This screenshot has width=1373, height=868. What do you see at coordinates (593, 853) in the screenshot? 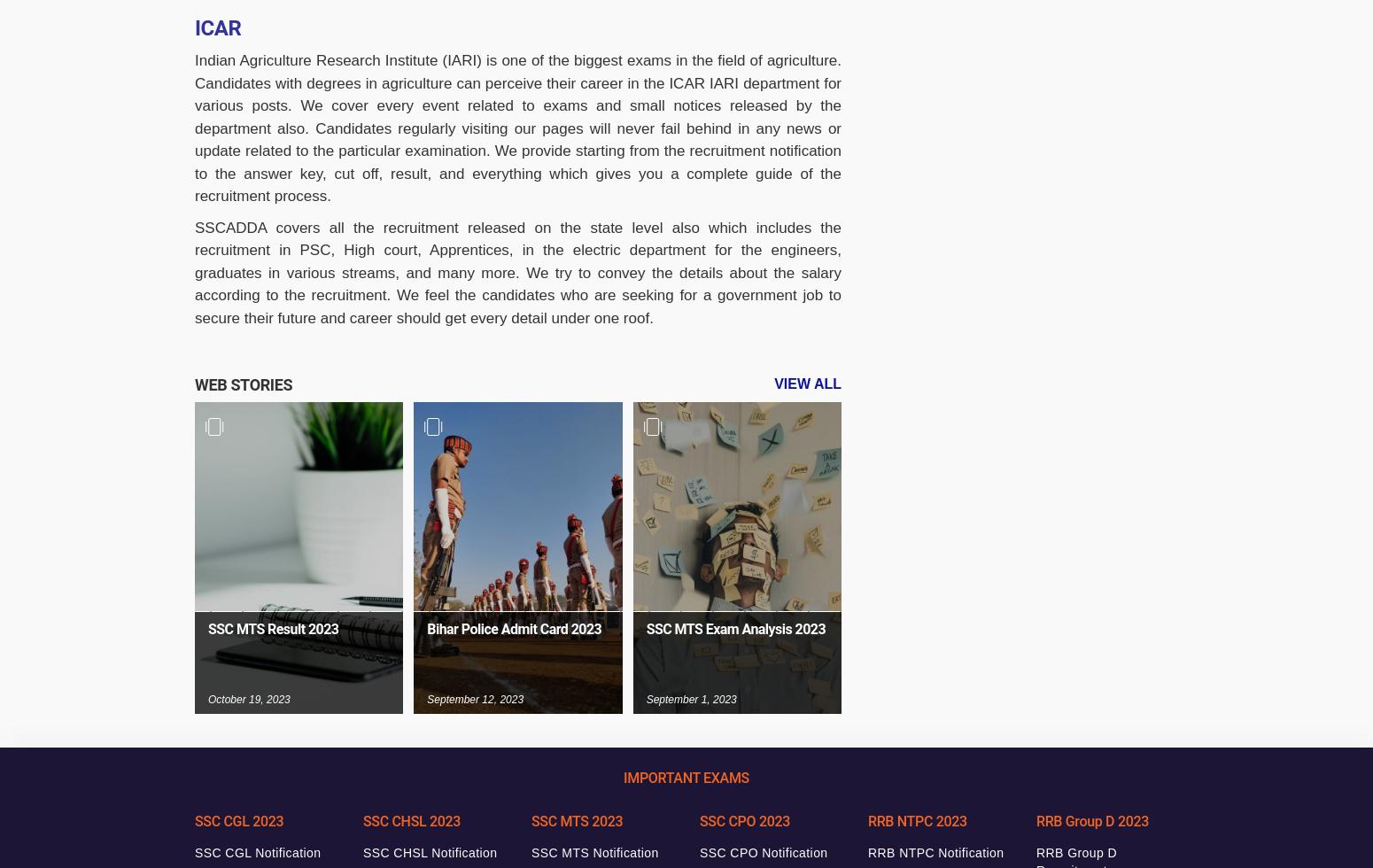
I see `'SSC MTS Notification'` at bounding box center [593, 853].